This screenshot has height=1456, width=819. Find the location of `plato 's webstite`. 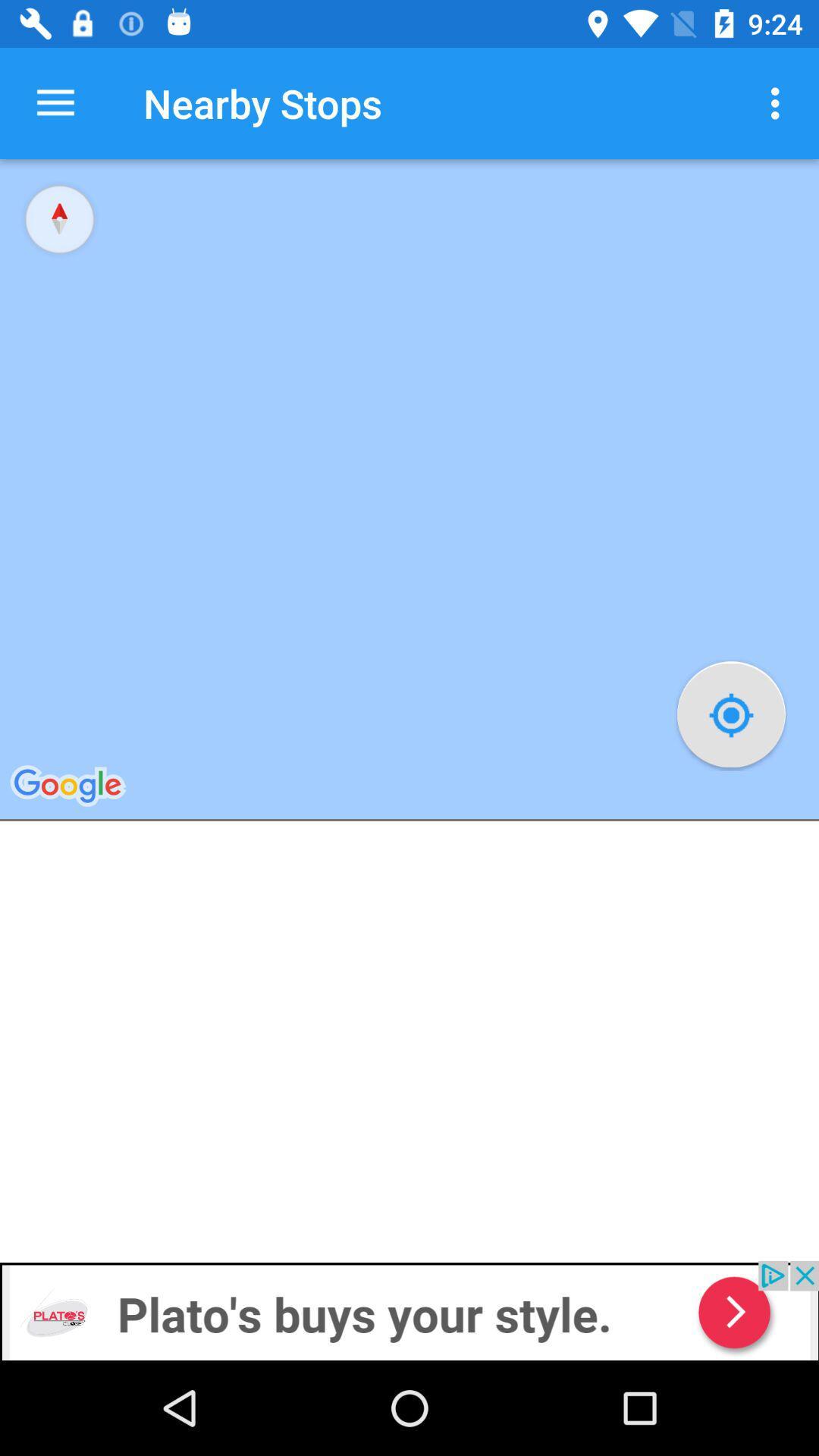

plato 's webstite is located at coordinates (409, 1310).